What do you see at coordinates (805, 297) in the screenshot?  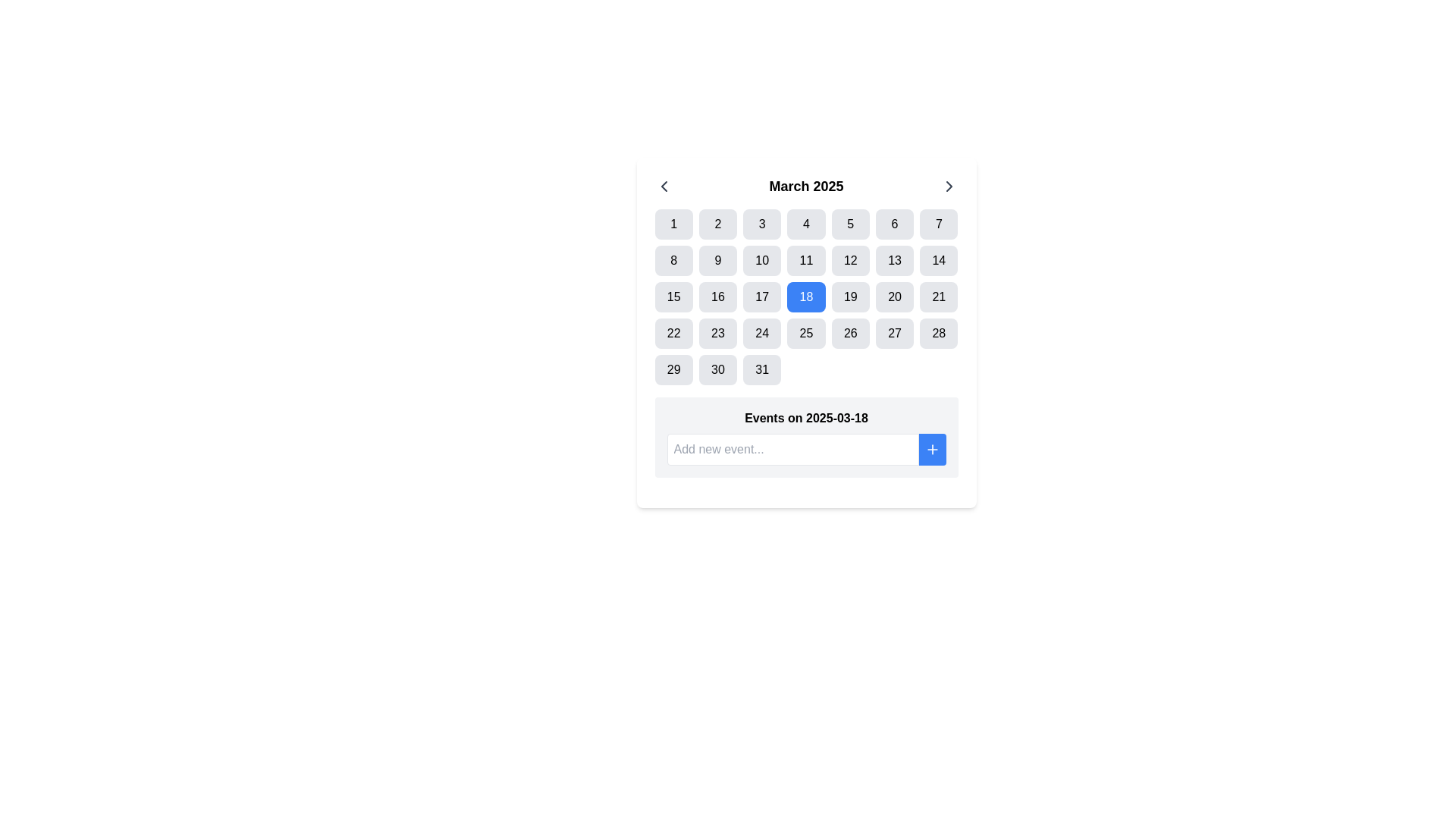 I see `the blue rounded rectangular button labeled '18'` at bounding box center [805, 297].